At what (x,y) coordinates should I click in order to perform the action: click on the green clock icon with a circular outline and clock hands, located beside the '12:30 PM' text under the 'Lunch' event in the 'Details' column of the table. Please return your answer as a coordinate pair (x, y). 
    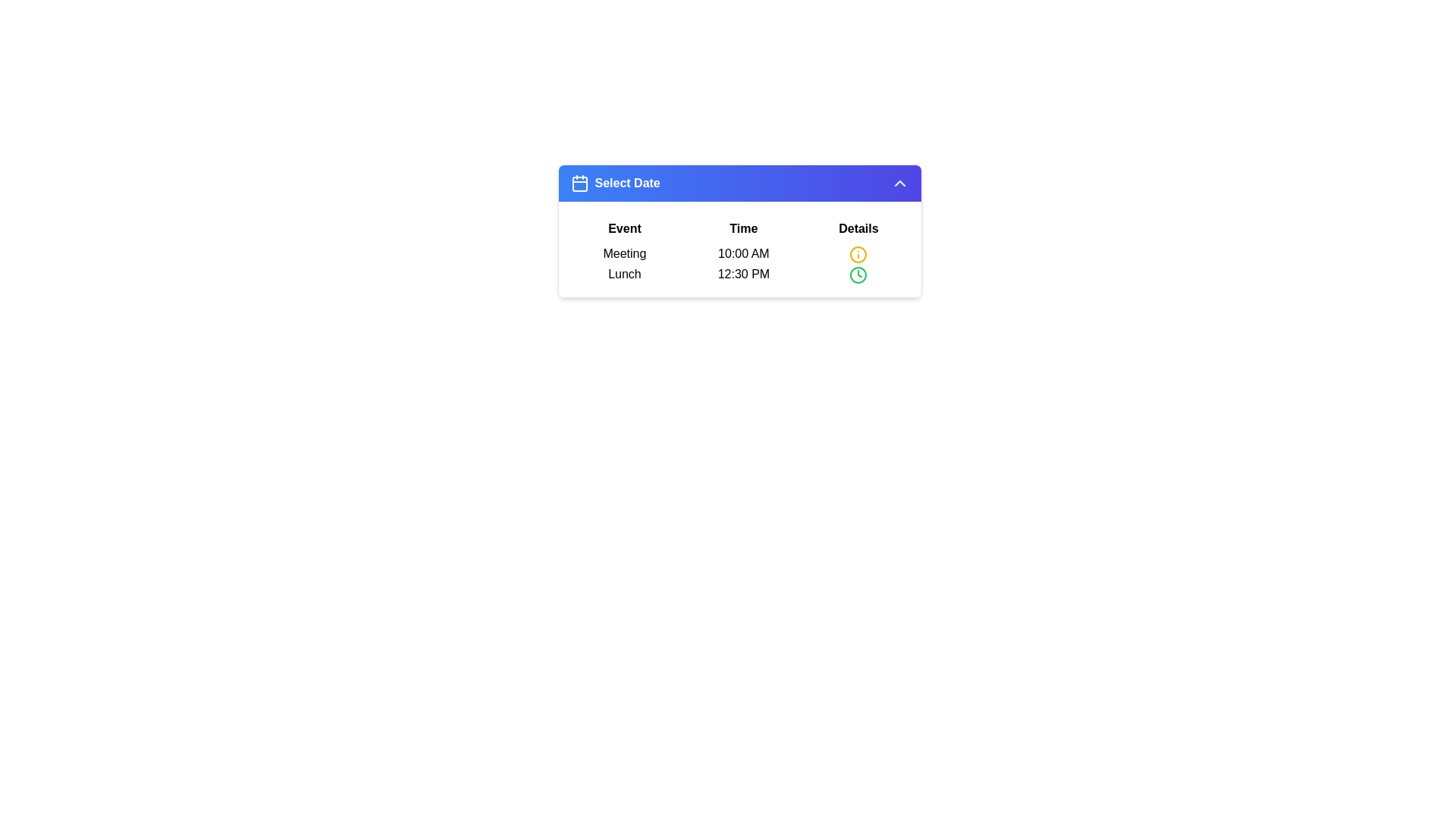
    Looking at the image, I should click on (858, 275).